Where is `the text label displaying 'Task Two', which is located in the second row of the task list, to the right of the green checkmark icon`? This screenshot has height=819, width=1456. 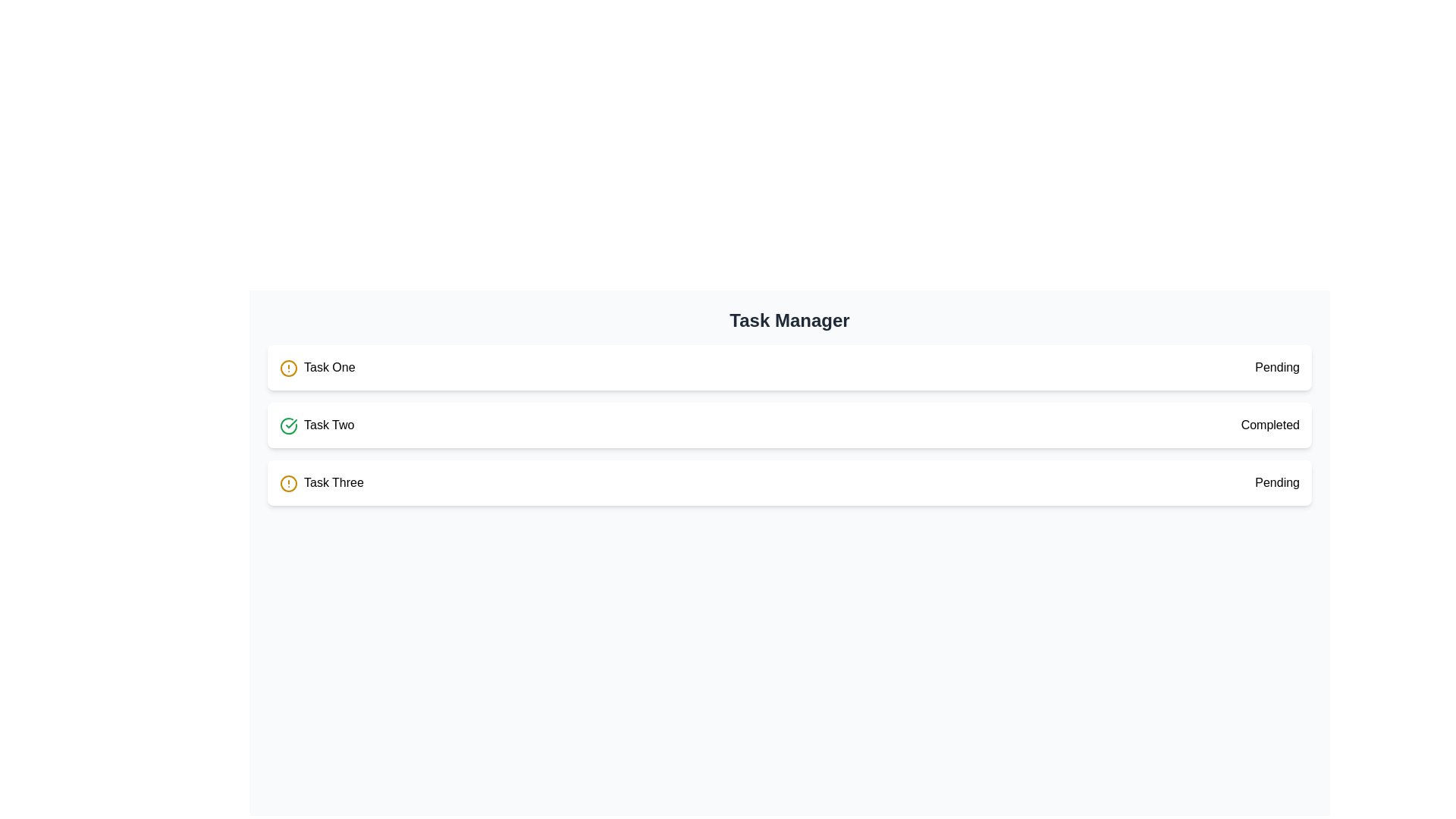
the text label displaying 'Task Two', which is located in the second row of the task list, to the right of the green checkmark icon is located at coordinates (328, 425).